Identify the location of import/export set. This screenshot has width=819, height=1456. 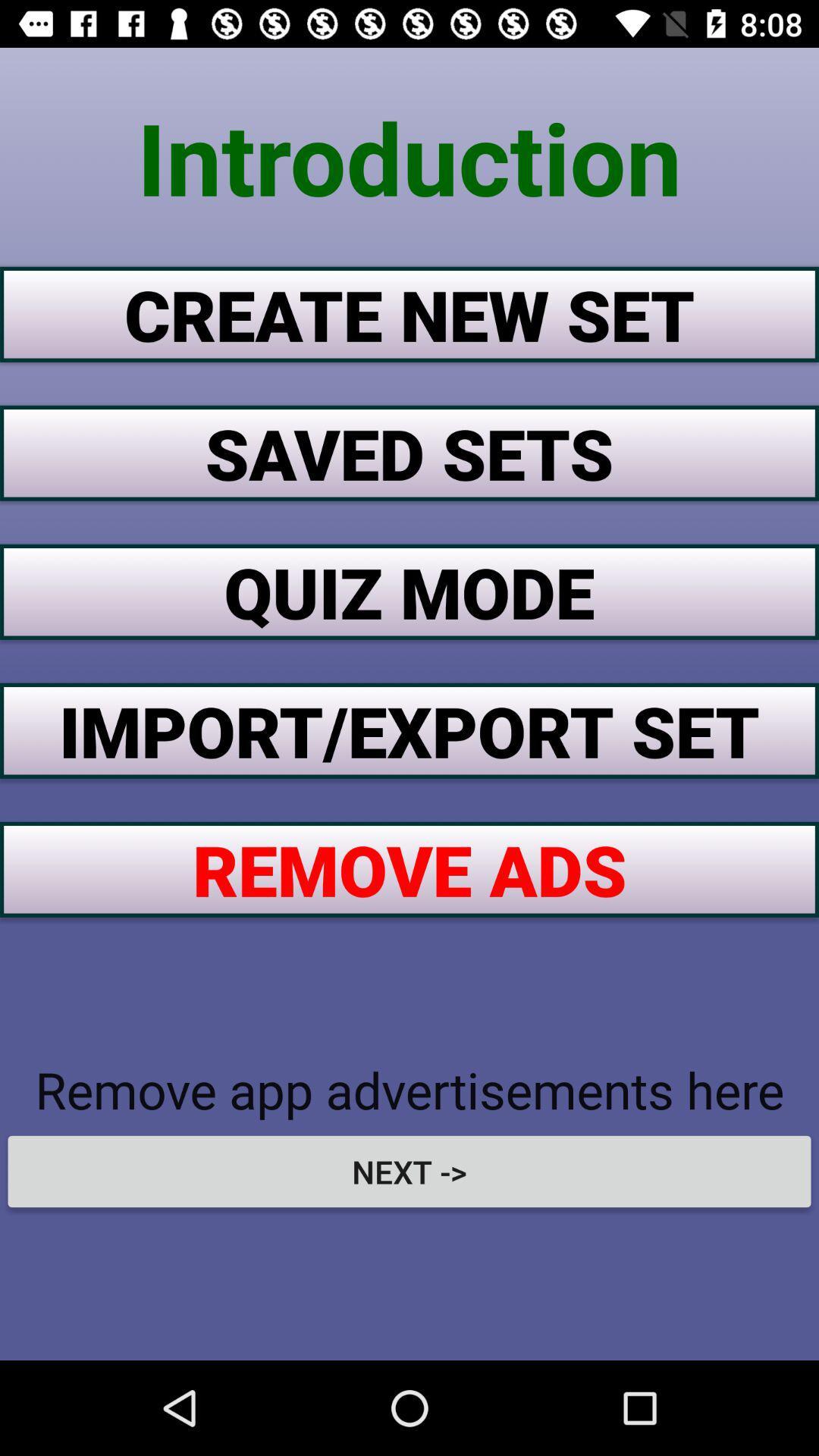
(409, 730).